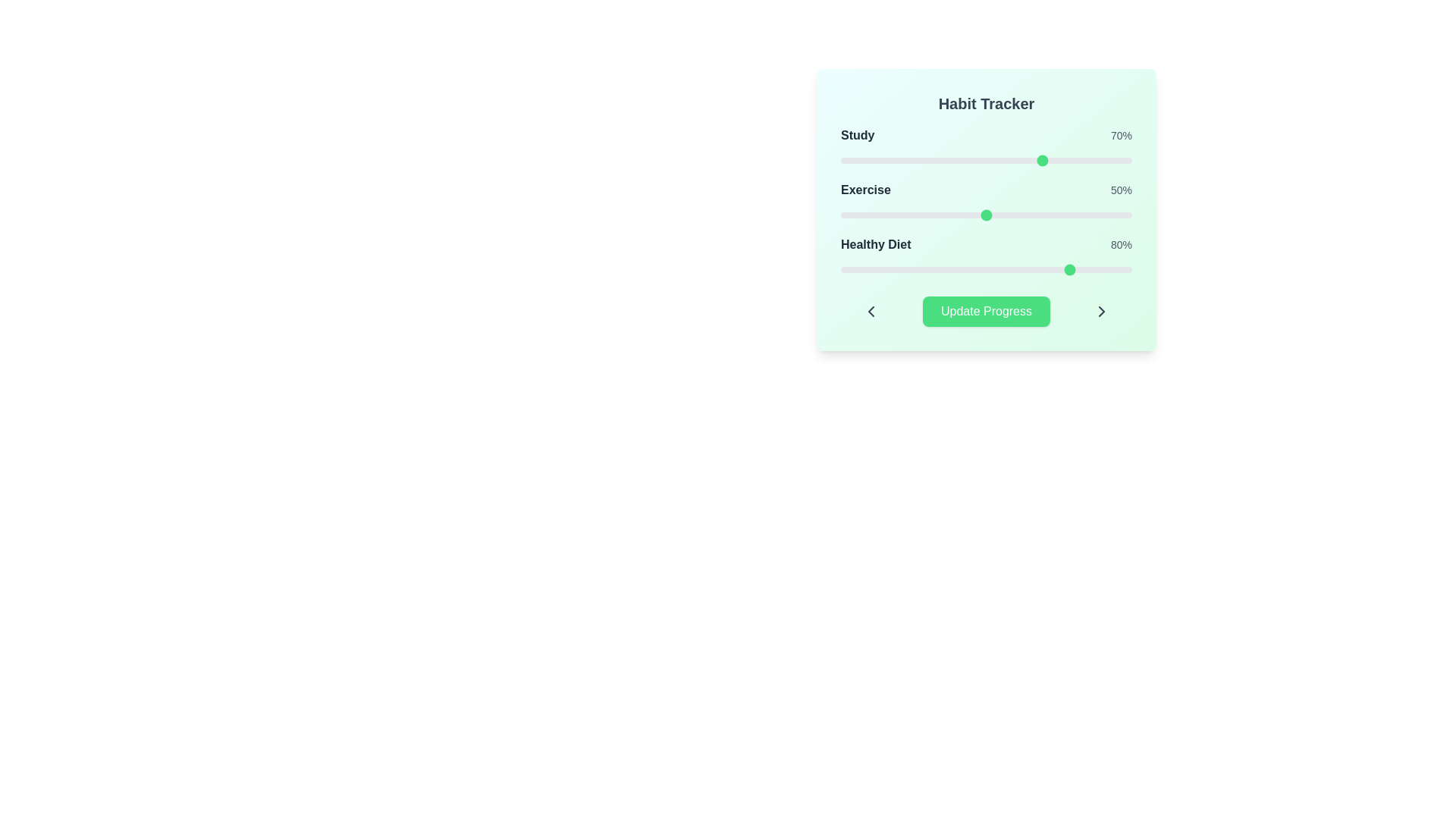 The width and height of the screenshot is (1456, 819). What do you see at coordinates (1102, 311) in the screenshot?
I see `the right chevron button` at bounding box center [1102, 311].